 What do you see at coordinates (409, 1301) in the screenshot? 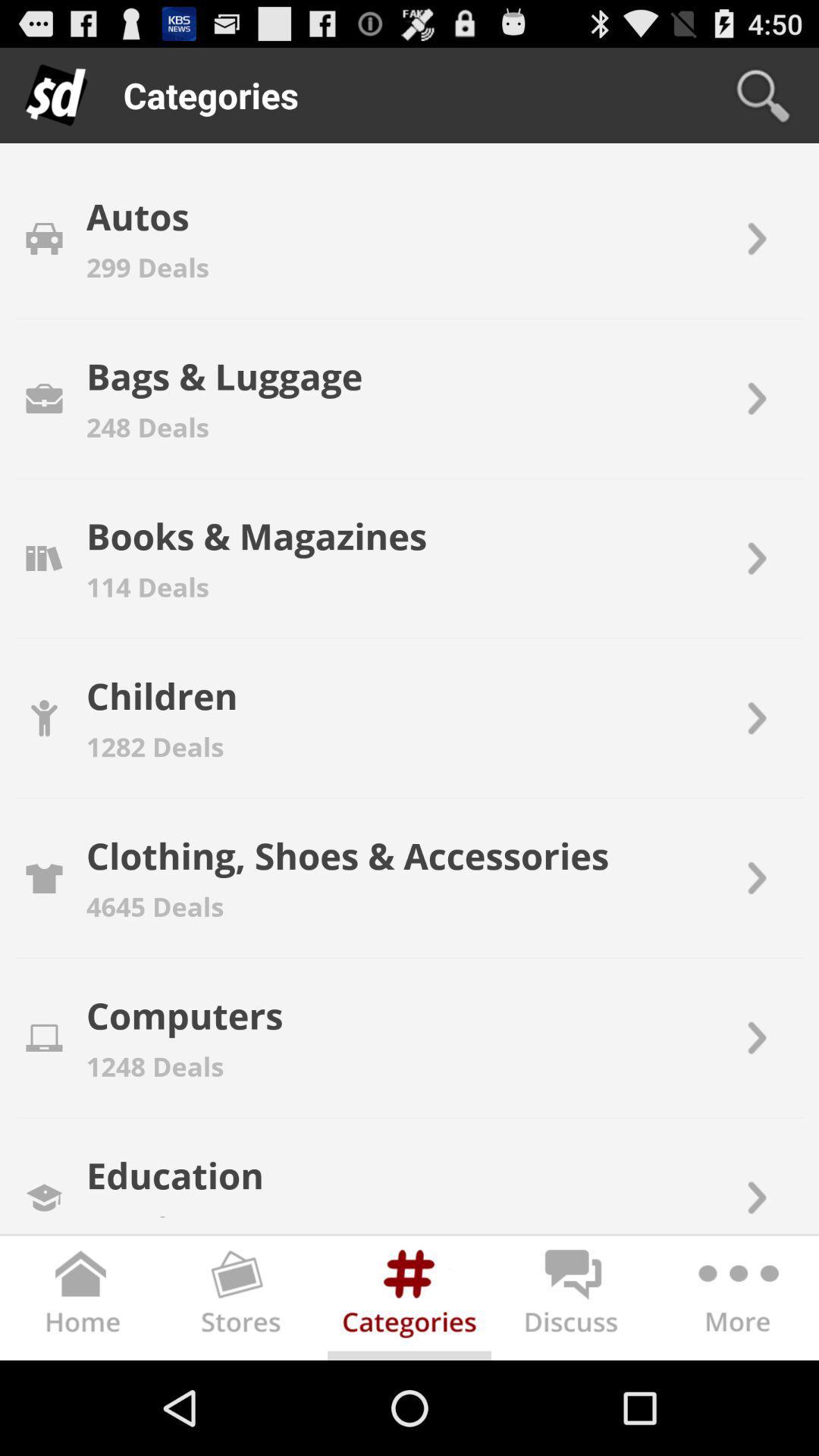
I see `category page` at bounding box center [409, 1301].